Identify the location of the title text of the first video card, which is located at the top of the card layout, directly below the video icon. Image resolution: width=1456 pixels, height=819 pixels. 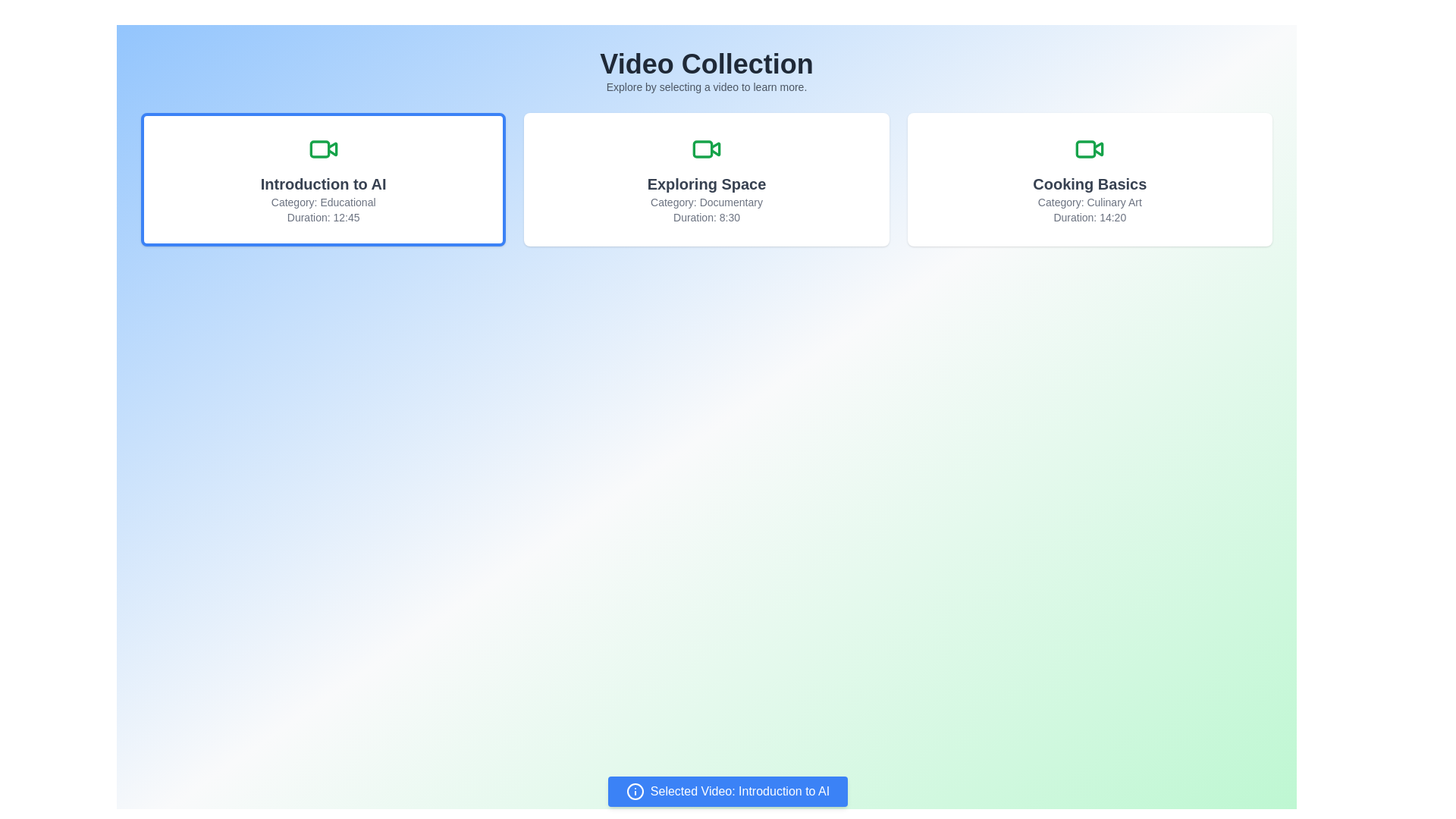
(322, 184).